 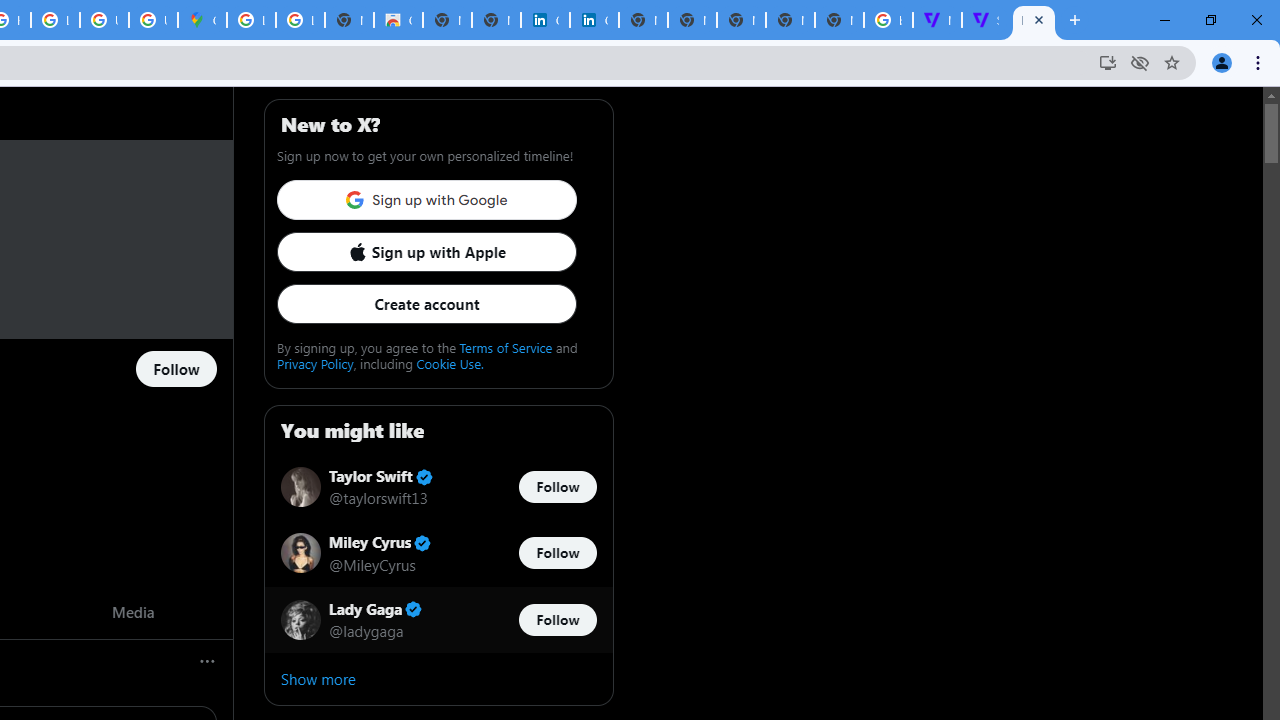 What do you see at coordinates (448, 363) in the screenshot?
I see `'Cookie Use.'` at bounding box center [448, 363].